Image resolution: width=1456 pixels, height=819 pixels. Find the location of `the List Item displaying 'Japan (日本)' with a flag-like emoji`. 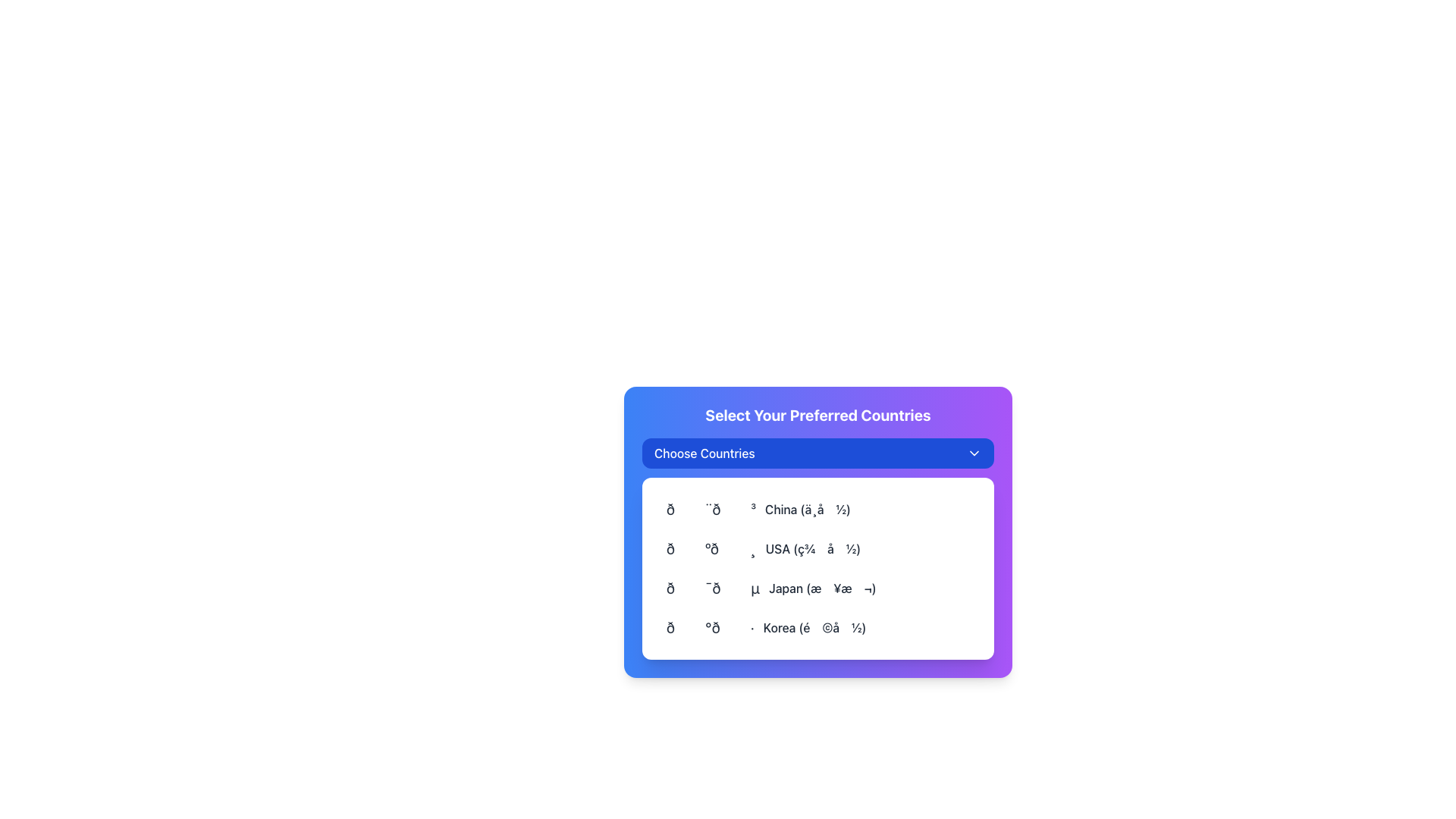

the List Item displaying 'Japan (日本)' with a flag-like emoji is located at coordinates (771, 587).